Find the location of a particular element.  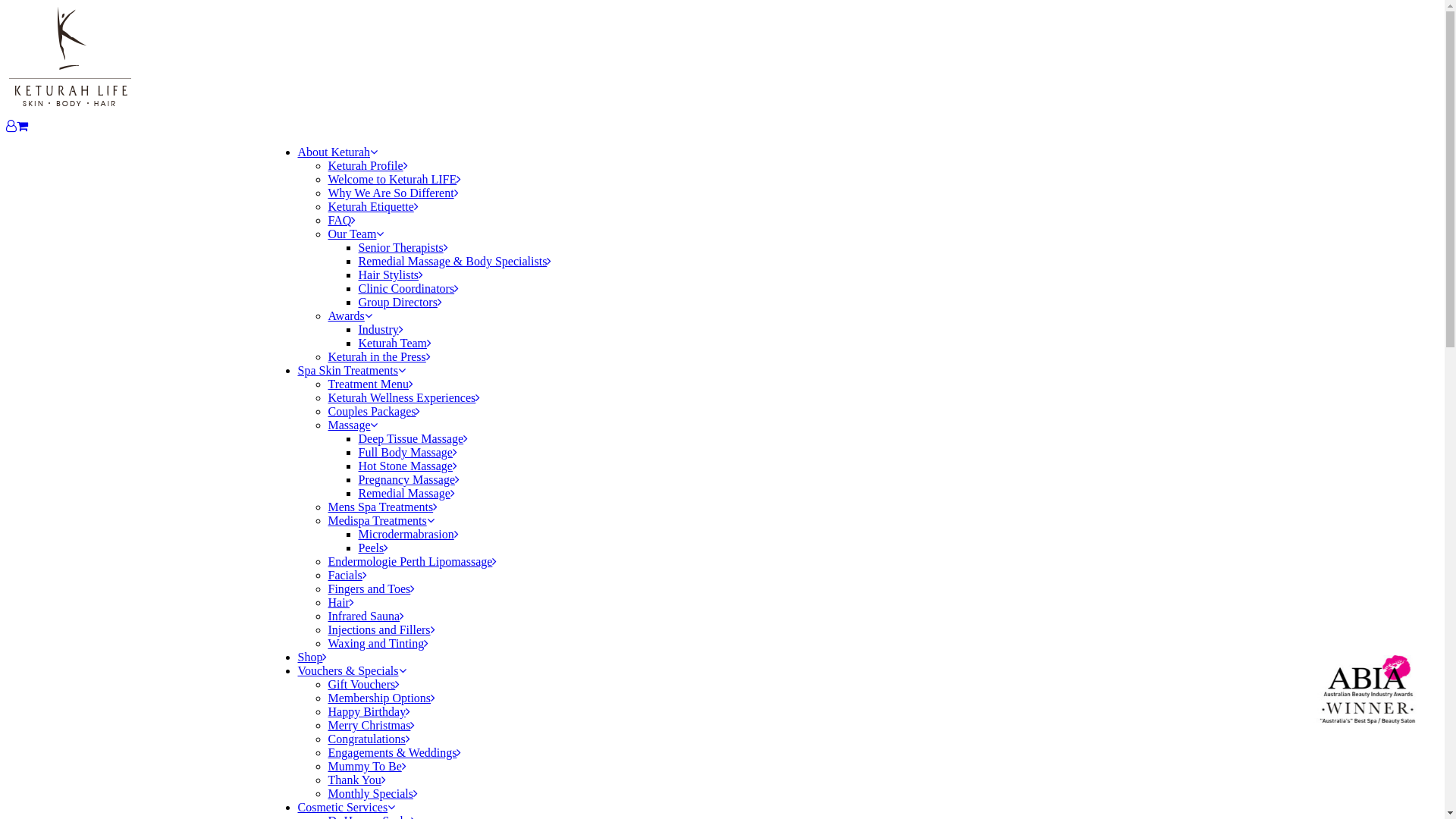

'Why We Are So Different' is located at coordinates (393, 192).